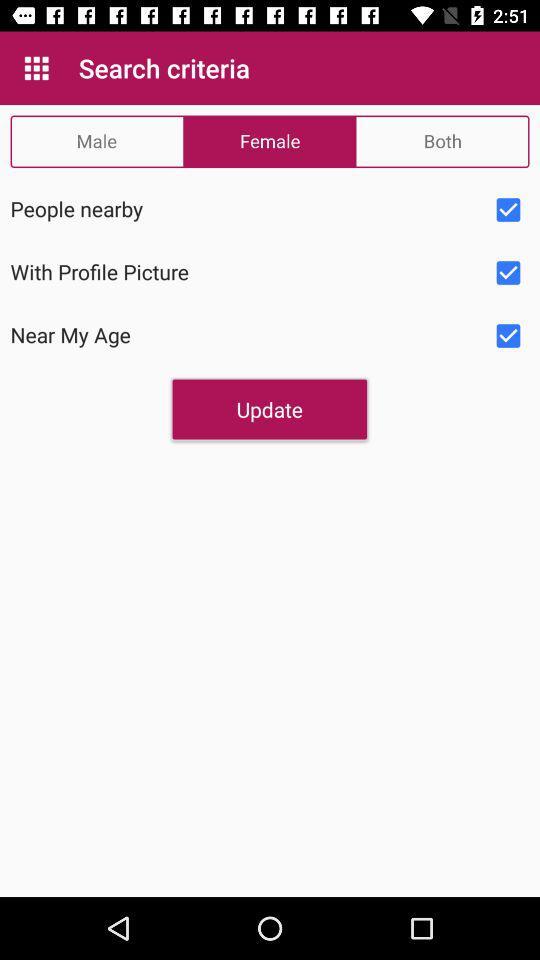 Image resolution: width=540 pixels, height=960 pixels. What do you see at coordinates (508, 336) in the screenshot?
I see `tik button` at bounding box center [508, 336].